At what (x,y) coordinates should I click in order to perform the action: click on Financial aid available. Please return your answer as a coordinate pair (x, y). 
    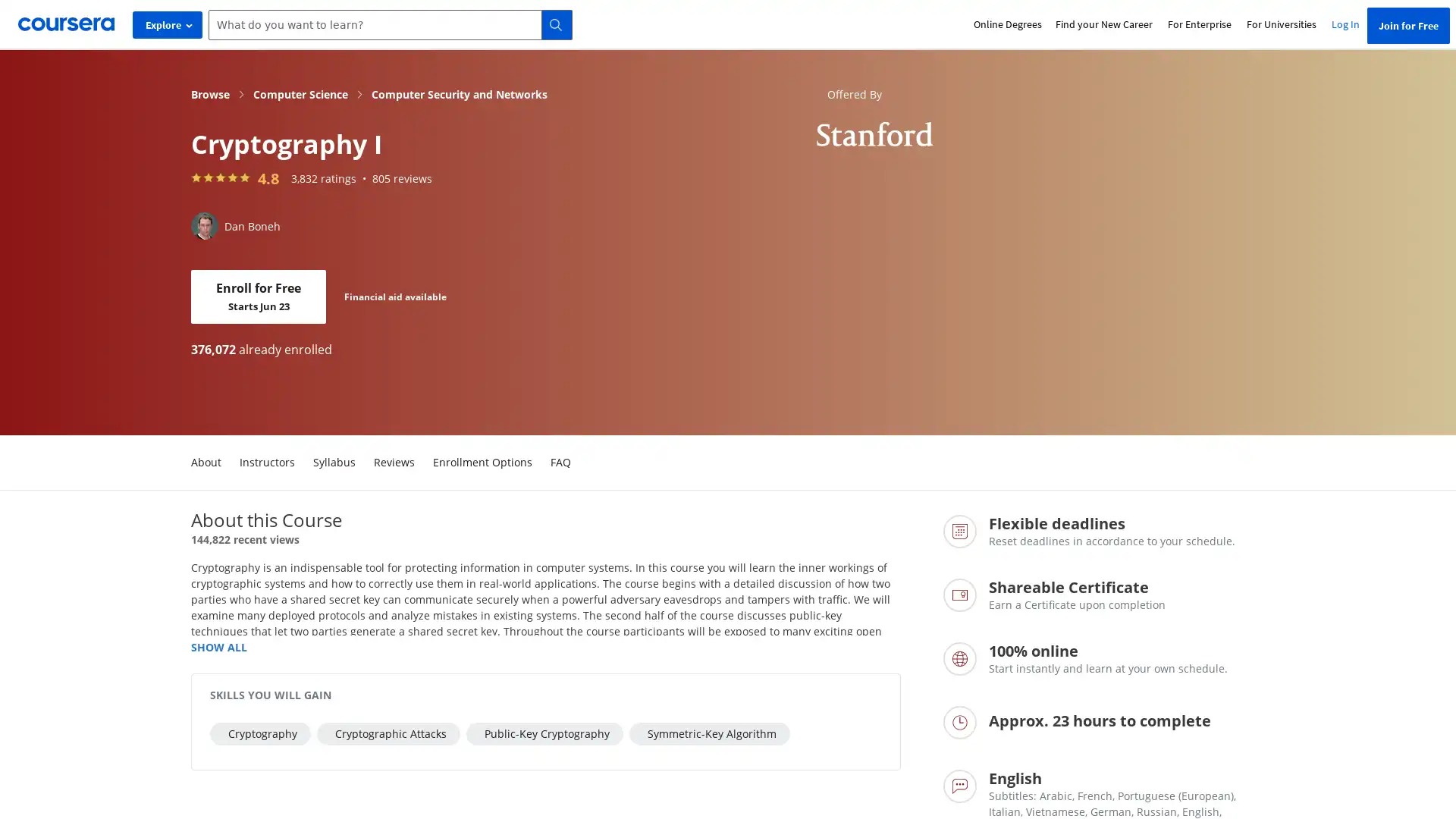
    Looking at the image, I should click on (395, 296).